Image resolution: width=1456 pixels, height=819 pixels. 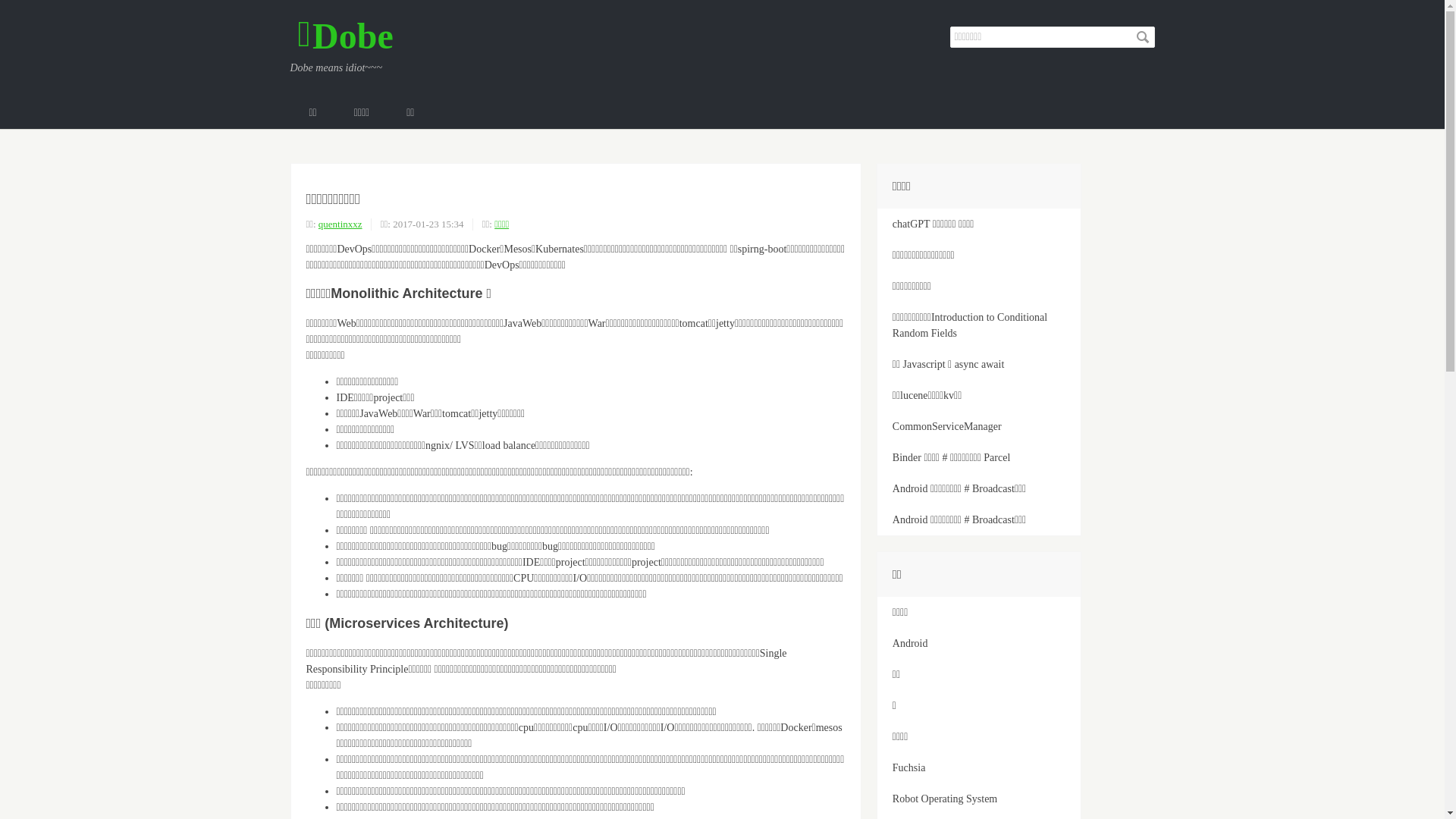 I want to click on 'CommonServiceManager', so click(x=979, y=426).